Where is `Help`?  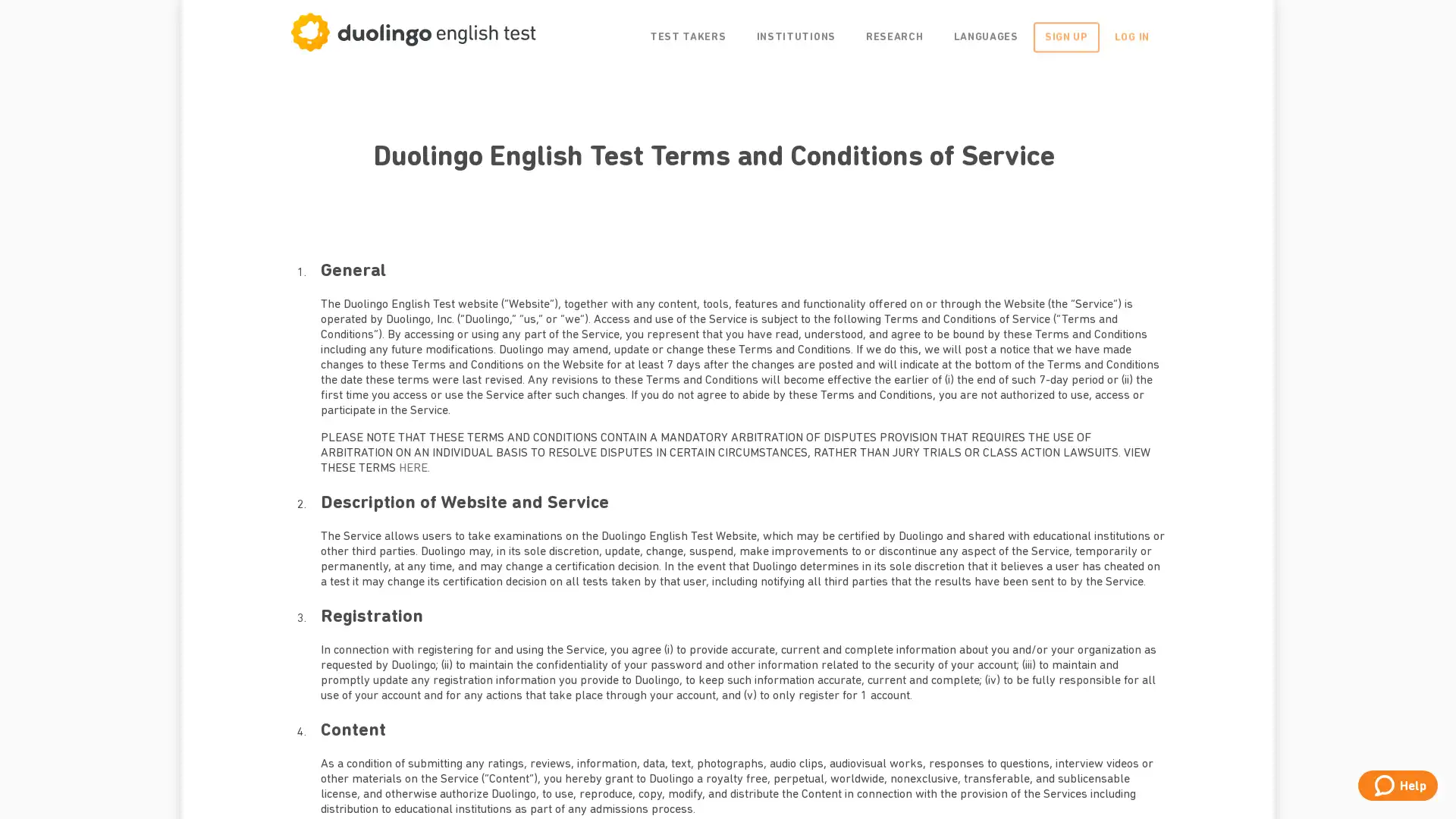 Help is located at coordinates (1397, 785).